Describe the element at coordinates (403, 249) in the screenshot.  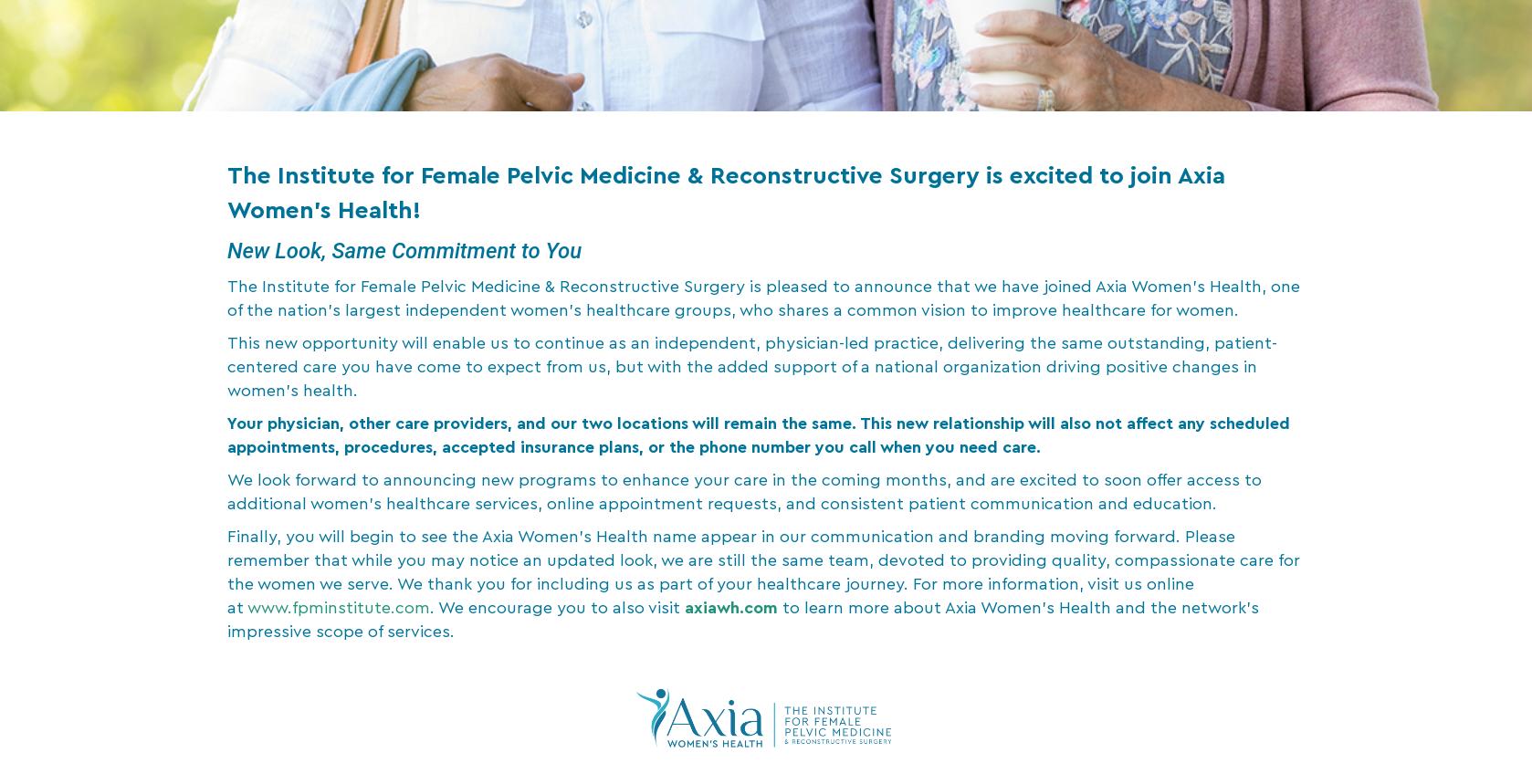
I see `'New Look, Same Commitment to You'` at that location.